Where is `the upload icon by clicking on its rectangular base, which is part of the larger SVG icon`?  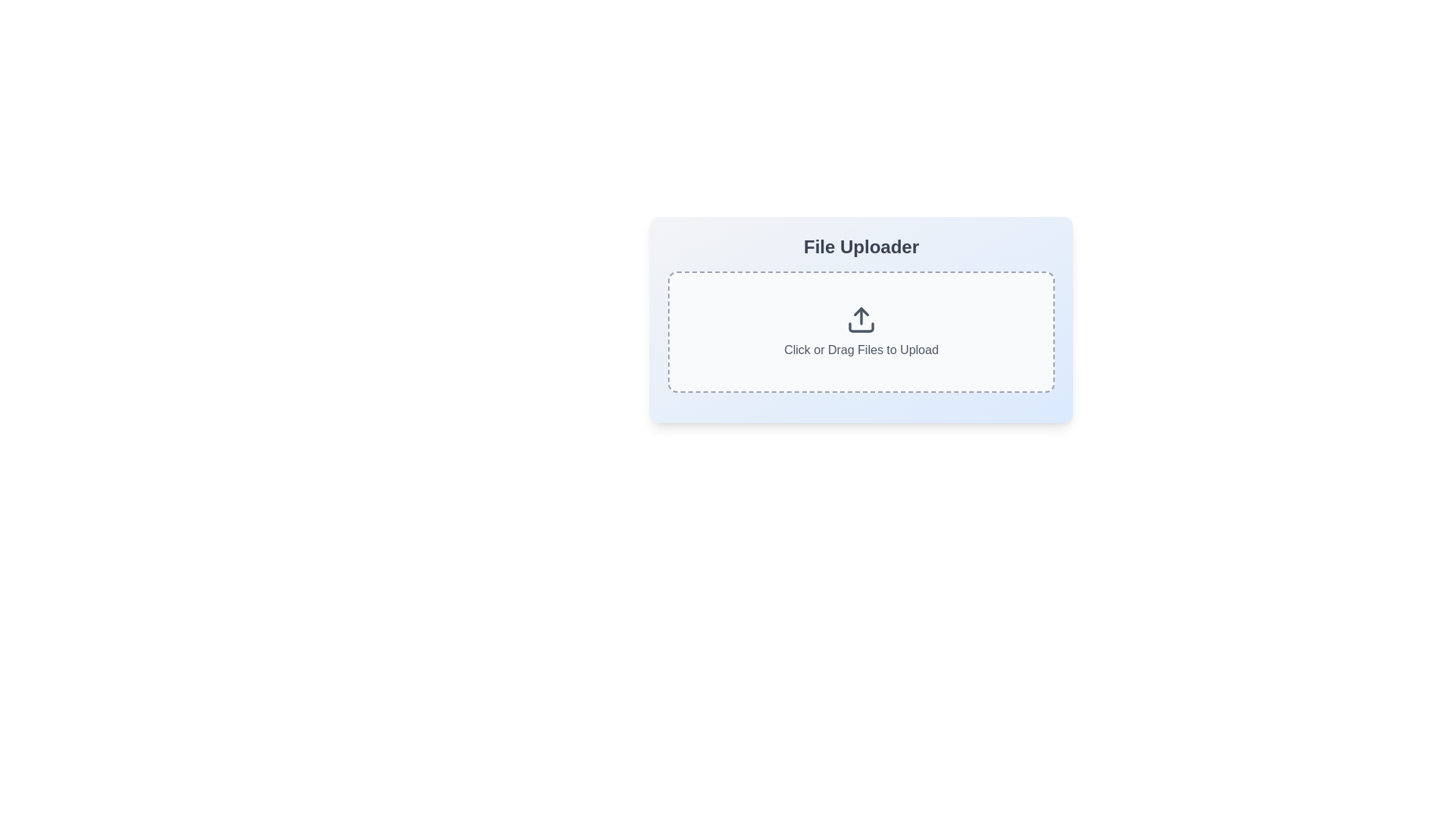 the upload icon by clicking on its rectangular base, which is part of the larger SVG icon is located at coordinates (861, 327).